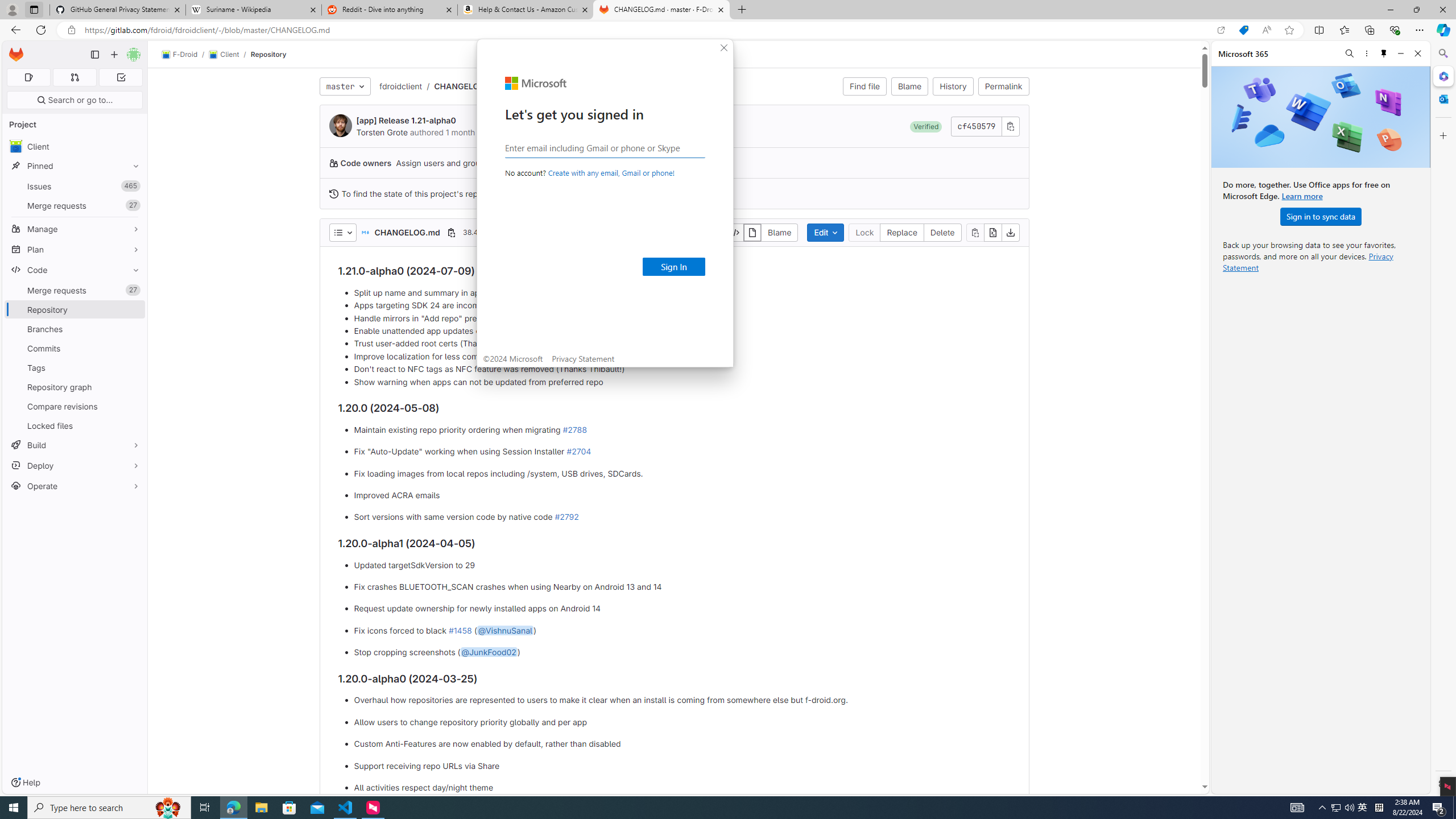  What do you see at coordinates (573, 429) in the screenshot?
I see `'#2788'` at bounding box center [573, 429].